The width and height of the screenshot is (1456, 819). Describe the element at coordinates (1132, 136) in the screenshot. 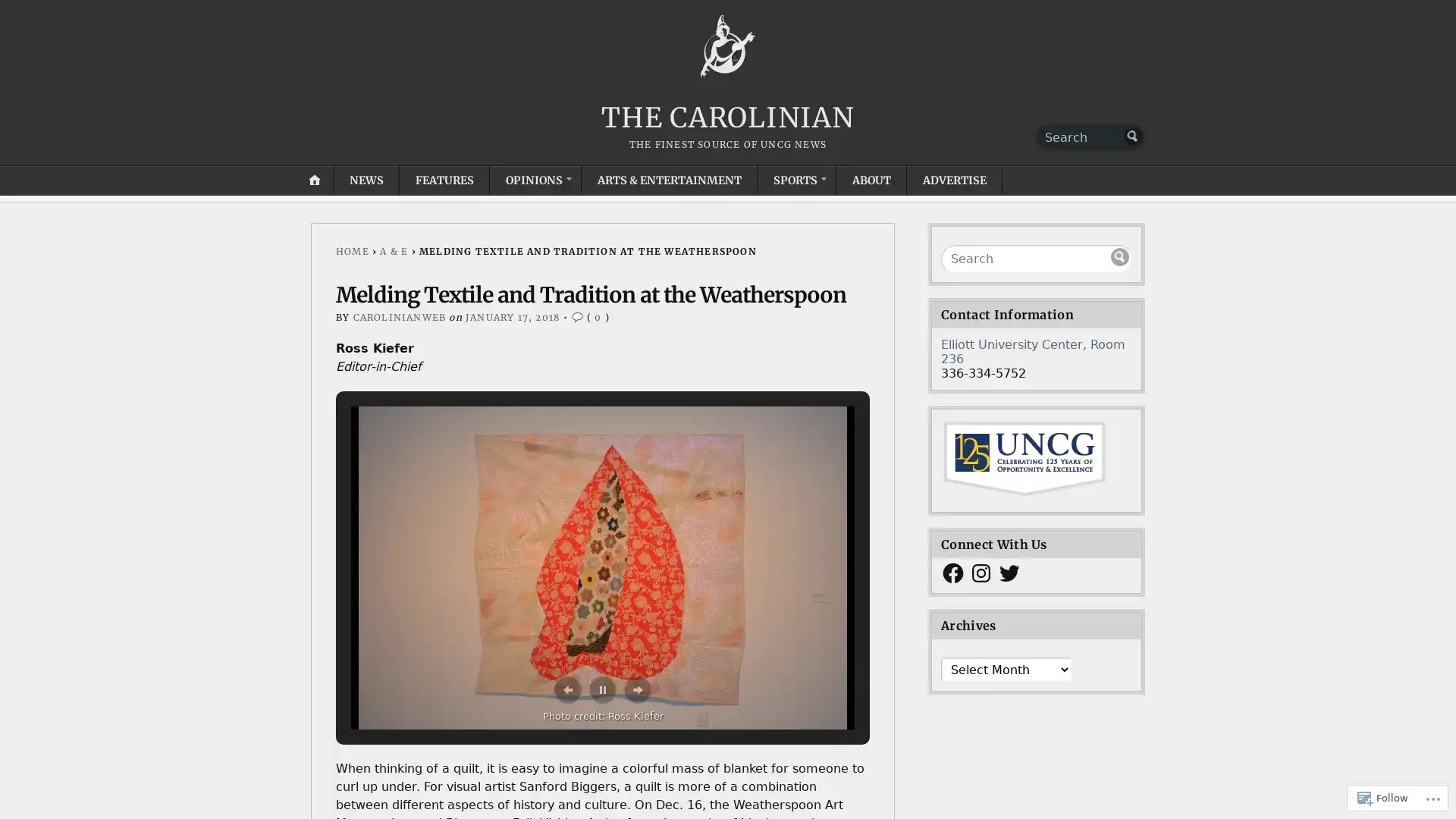

I see `Submit` at that location.